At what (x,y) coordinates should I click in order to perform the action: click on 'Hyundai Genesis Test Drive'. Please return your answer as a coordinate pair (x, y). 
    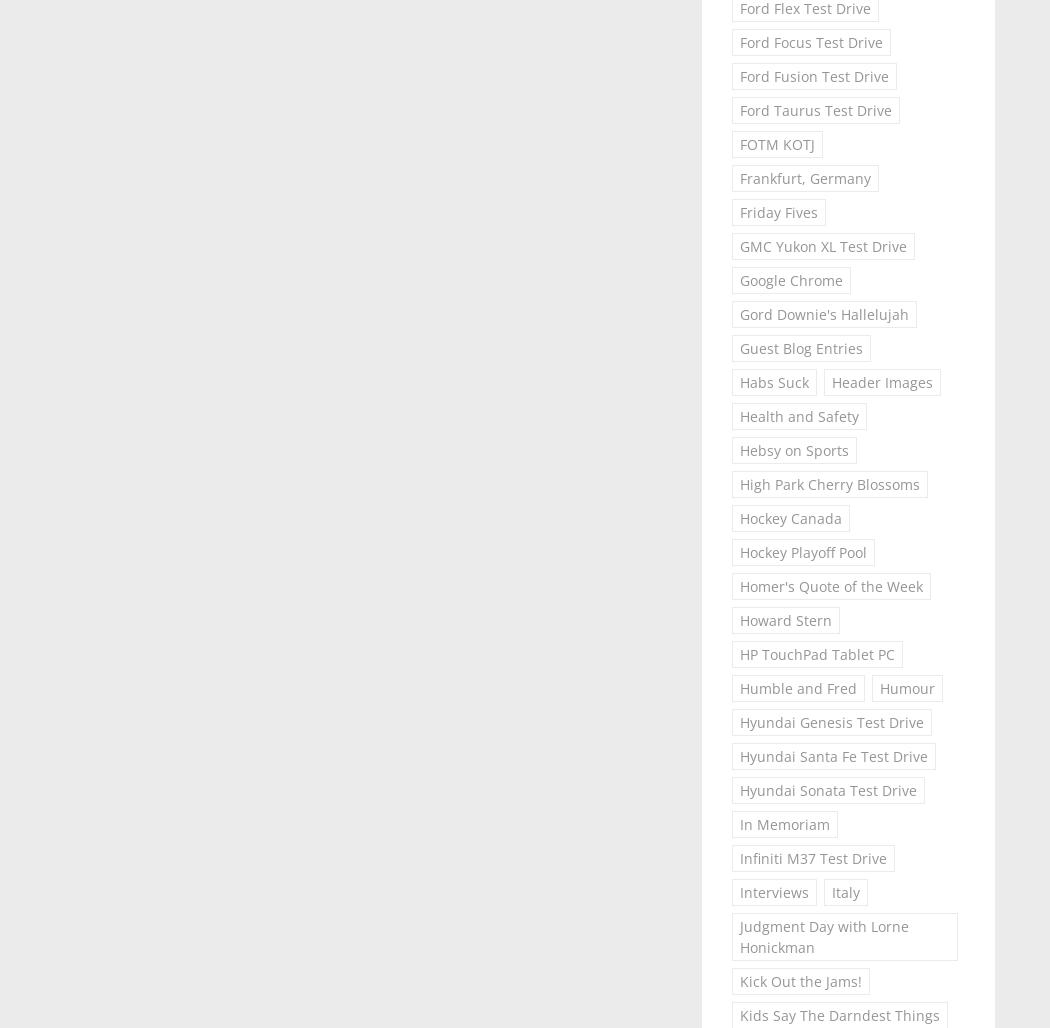
    Looking at the image, I should click on (737, 721).